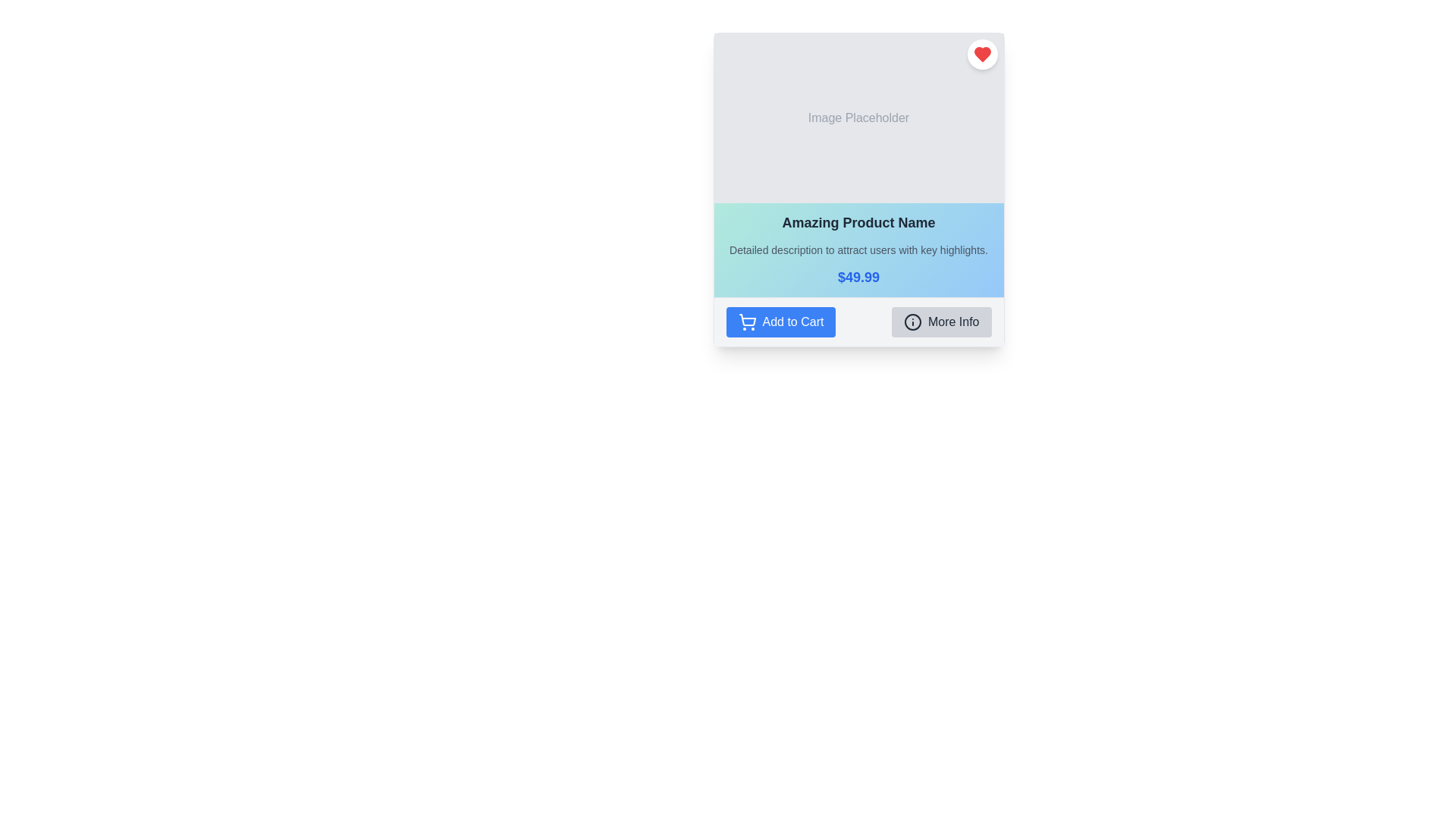 This screenshot has width=1456, height=819. Describe the element at coordinates (912, 321) in the screenshot. I see `the SVG circle element that is part of the 'More Info' button section in the bottom-right corner of the component` at that location.